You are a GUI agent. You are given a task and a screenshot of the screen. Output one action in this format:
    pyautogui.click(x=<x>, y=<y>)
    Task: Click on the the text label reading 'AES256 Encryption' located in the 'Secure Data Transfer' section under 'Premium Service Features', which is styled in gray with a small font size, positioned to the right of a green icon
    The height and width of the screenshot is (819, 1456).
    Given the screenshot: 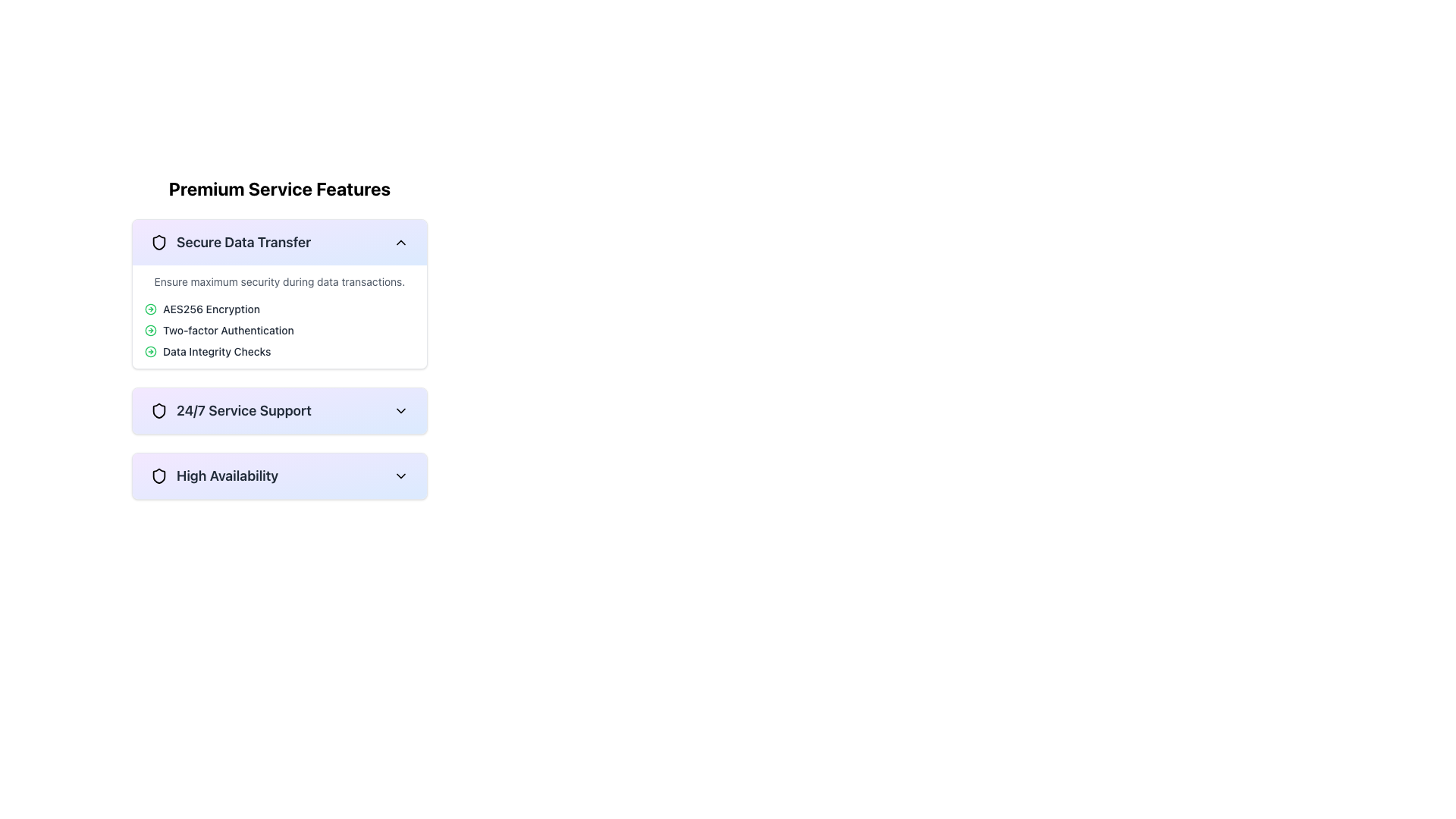 What is the action you would take?
    pyautogui.click(x=210, y=309)
    